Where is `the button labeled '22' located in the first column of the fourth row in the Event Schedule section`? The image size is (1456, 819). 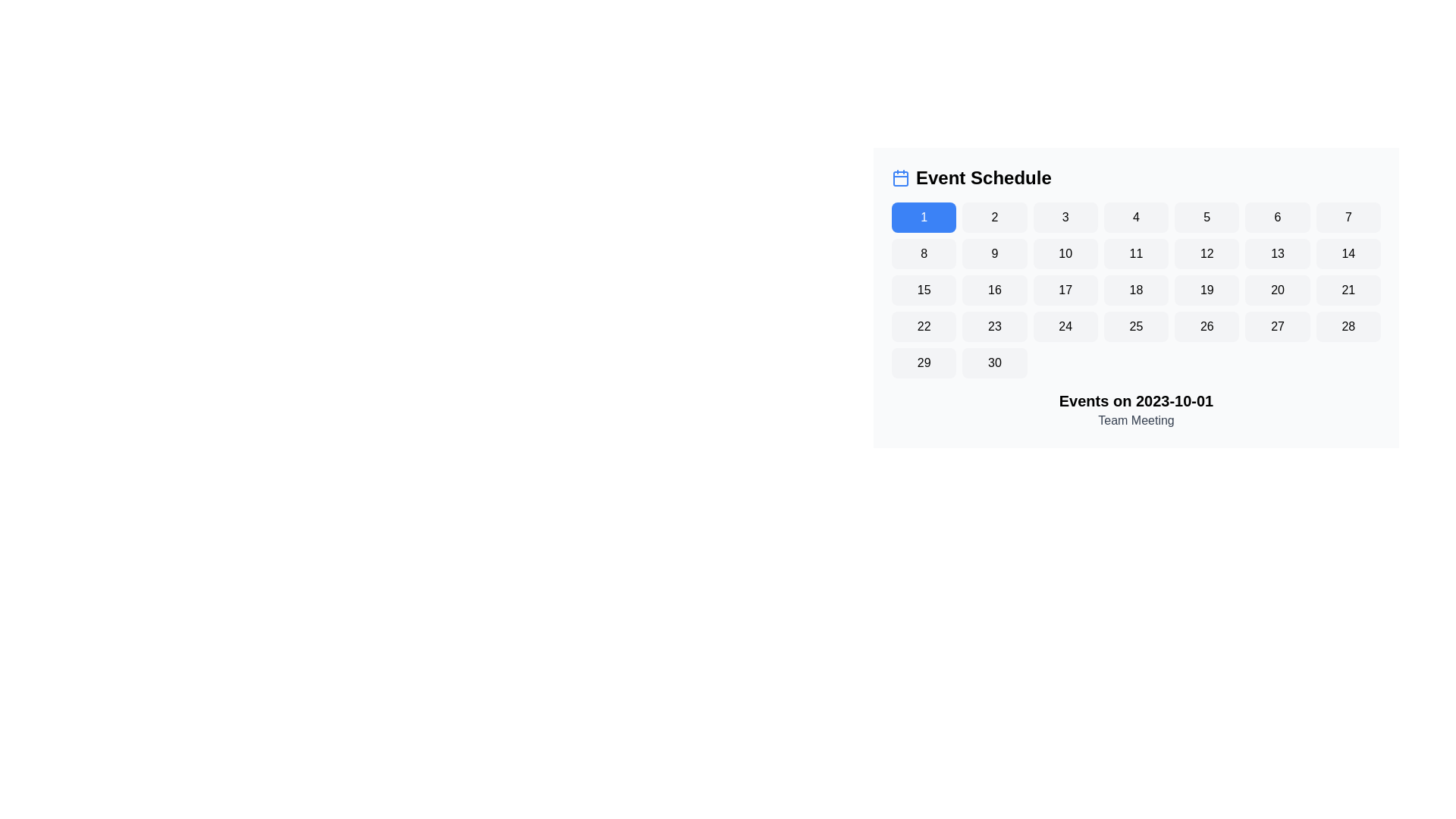
the button labeled '22' located in the first column of the fourth row in the Event Schedule section is located at coordinates (923, 326).